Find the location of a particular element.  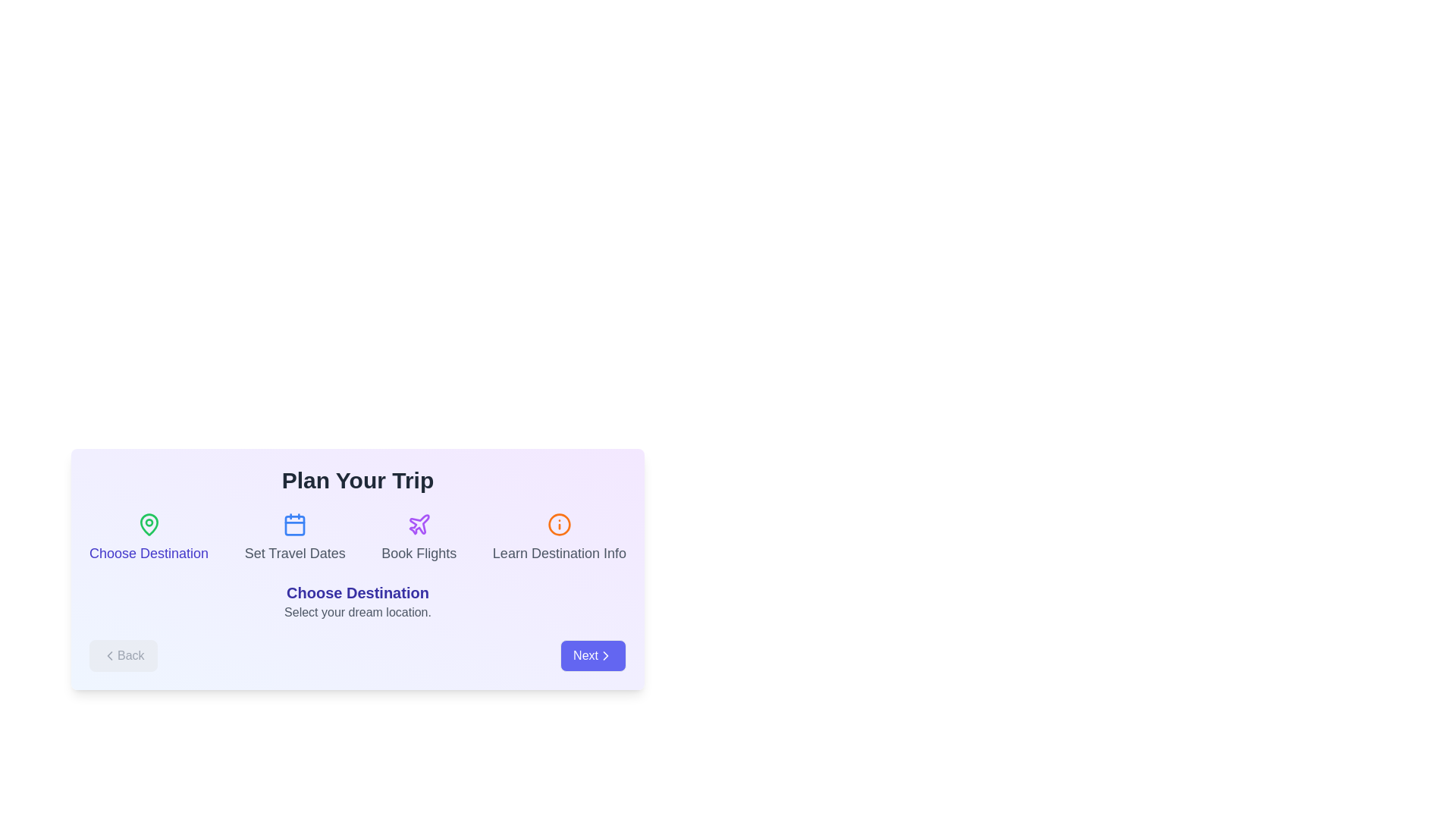

the bold purple airplane icon in the 'Plan Your Trip' section is located at coordinates (419, 523).